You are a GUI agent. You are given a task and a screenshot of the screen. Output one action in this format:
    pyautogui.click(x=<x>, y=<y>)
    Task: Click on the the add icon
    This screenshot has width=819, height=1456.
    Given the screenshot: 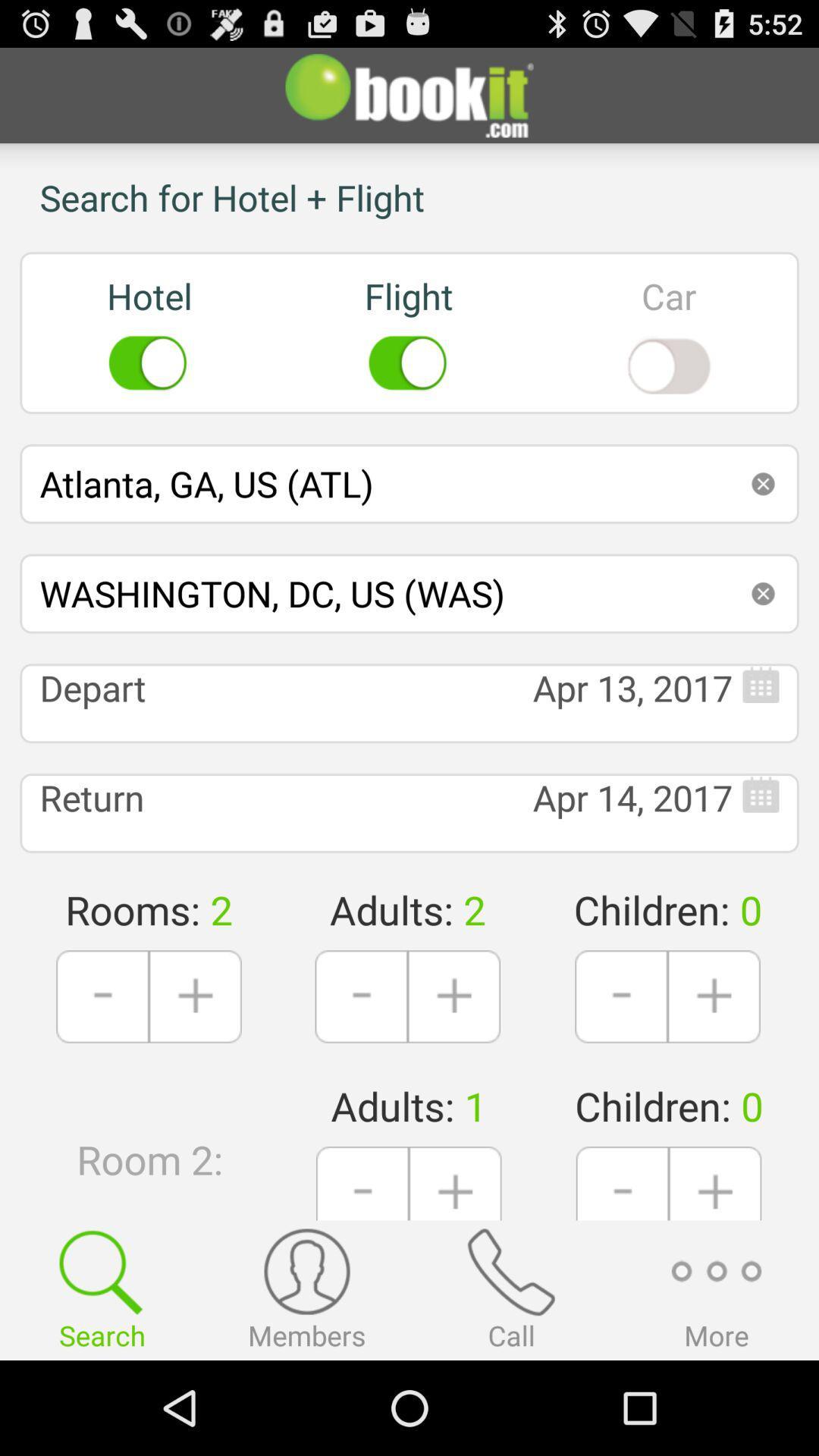 What is the action you would take?
    pyautogui.click(x=454, y=1266)
    